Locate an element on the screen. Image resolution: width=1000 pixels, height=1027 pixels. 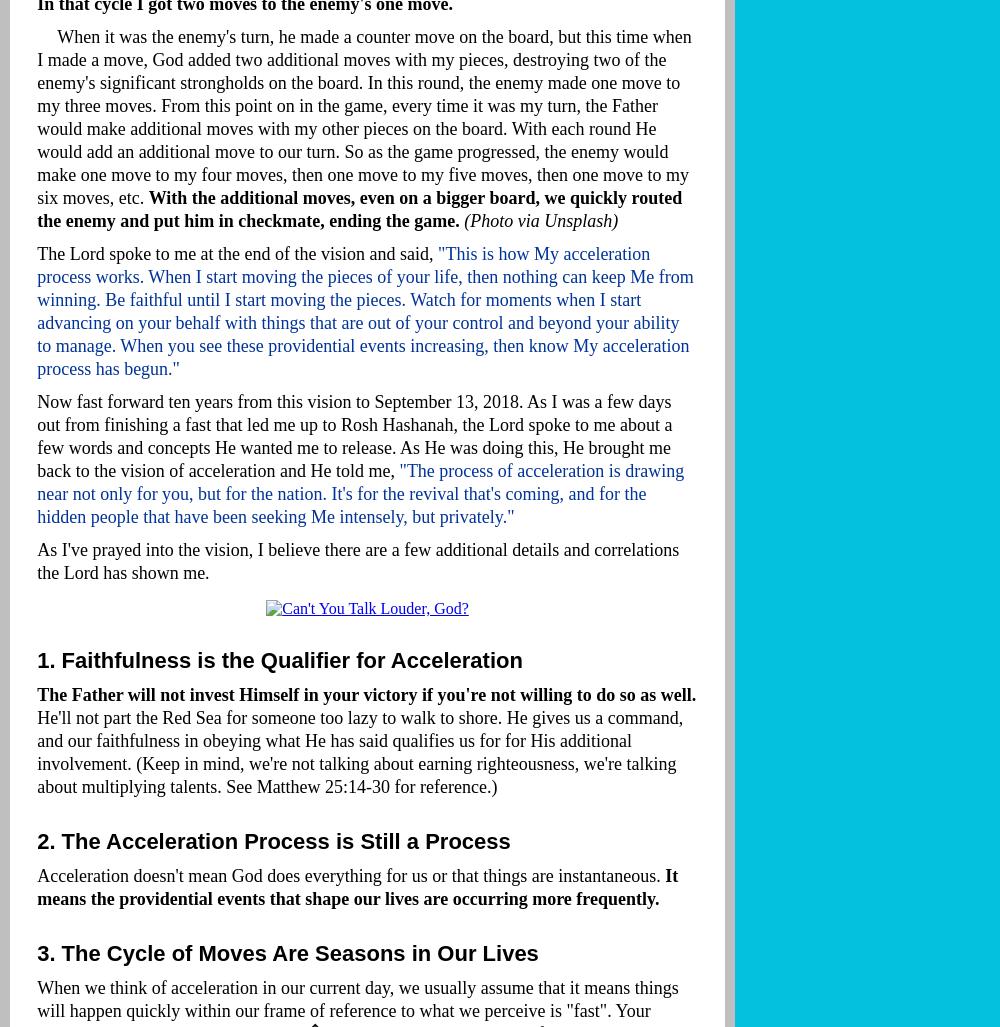
'(Photo via Unsplash)' is located at coordinates (541, 220).